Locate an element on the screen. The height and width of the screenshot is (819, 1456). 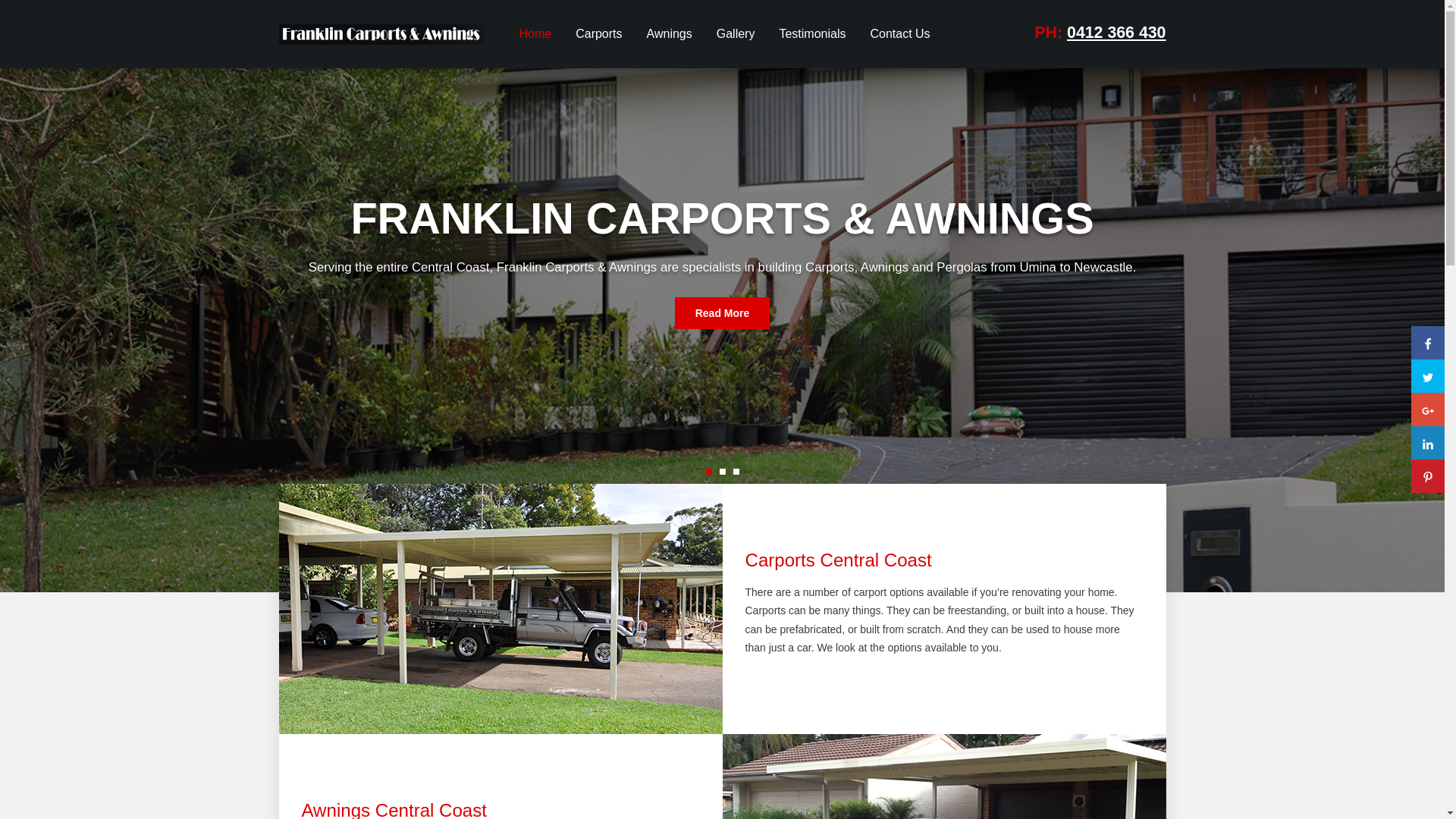
'Testimonials' is located at coordinates (811, 34).